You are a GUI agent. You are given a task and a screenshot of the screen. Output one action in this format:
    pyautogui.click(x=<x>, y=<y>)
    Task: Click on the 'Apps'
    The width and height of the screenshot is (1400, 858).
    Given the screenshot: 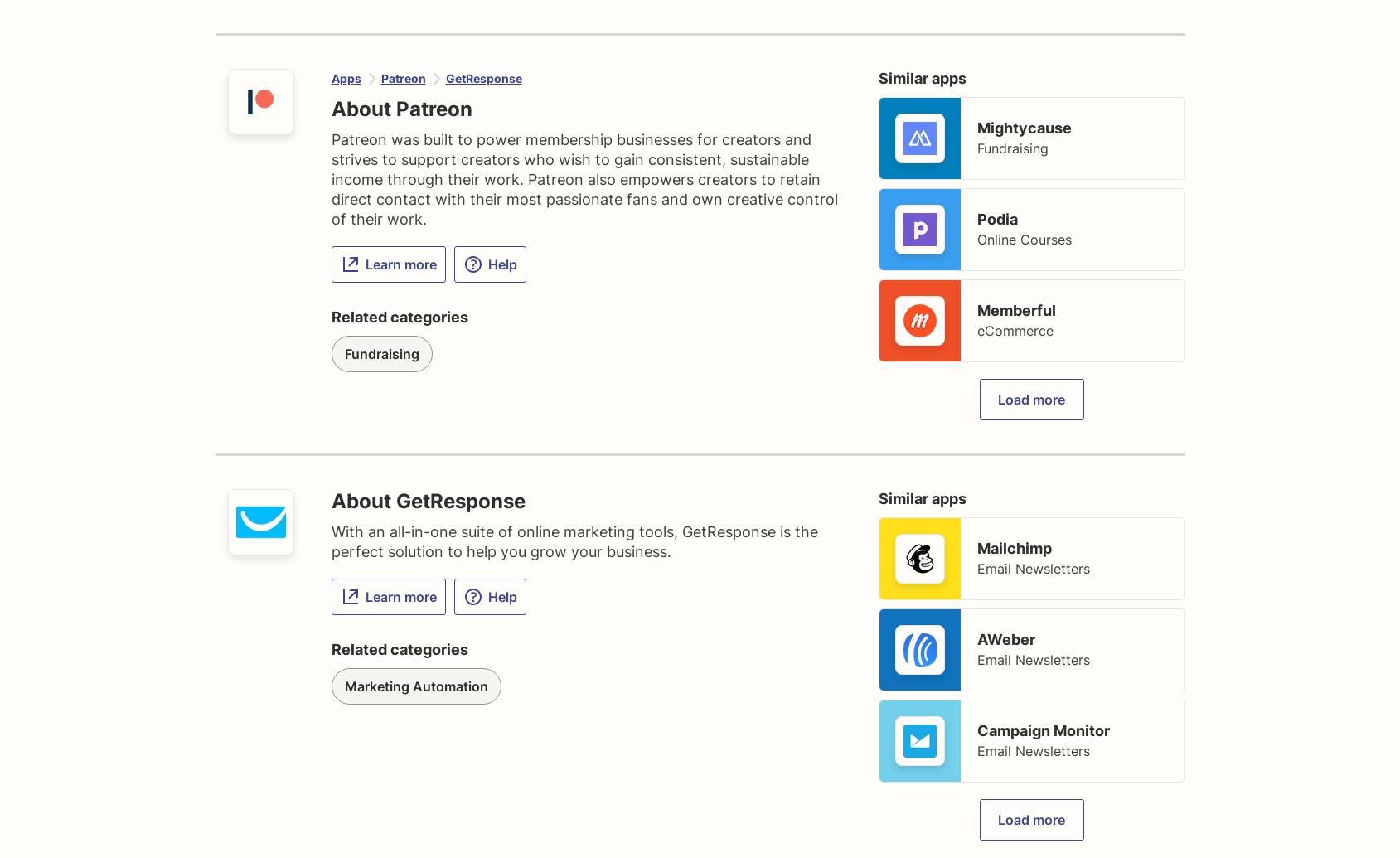 What is the action you would take?
    pyautogui.click(x=345, y=78)
    